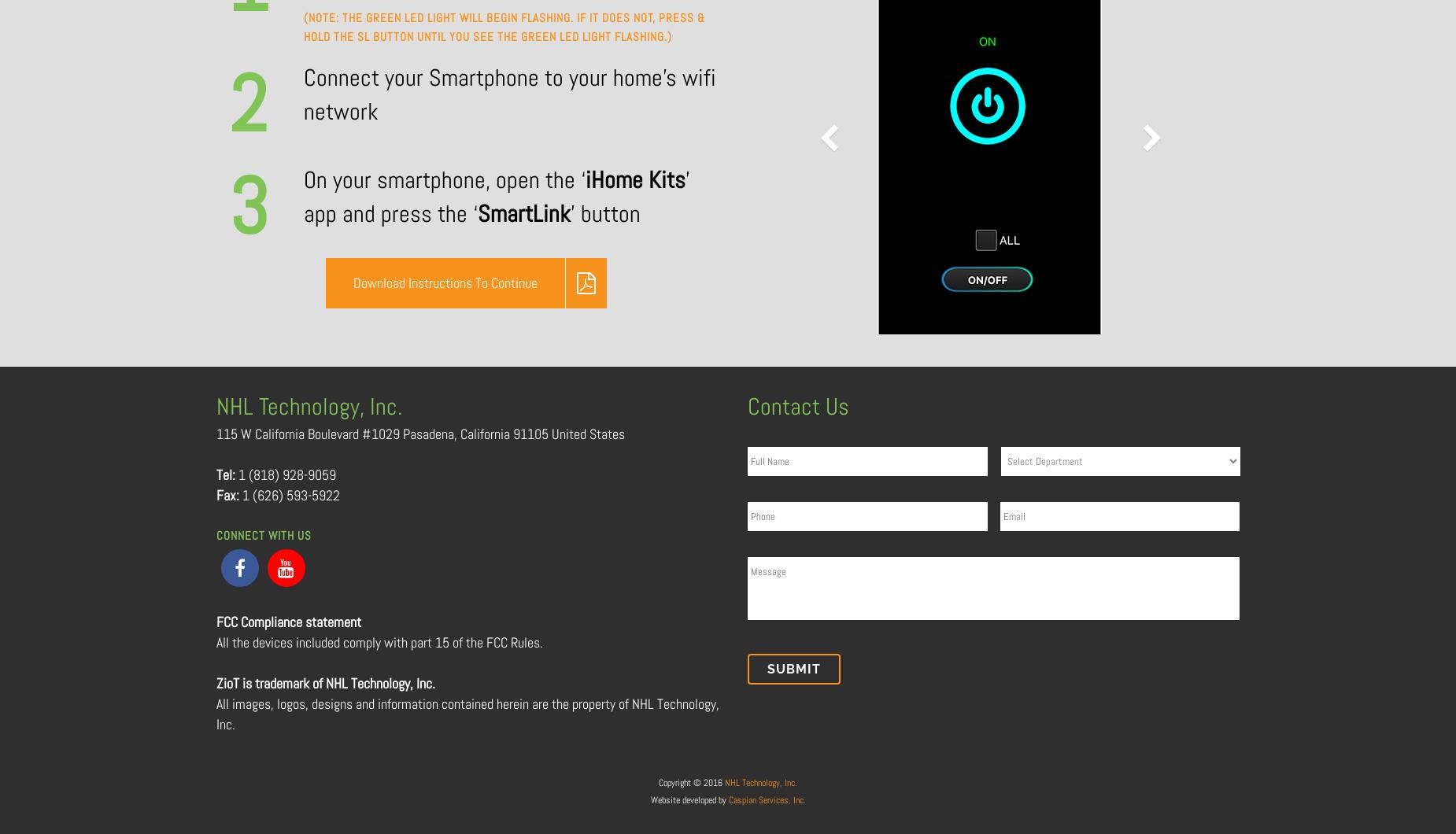  I want to click on 'Caspian Services, Inc.', so click(728, 799).